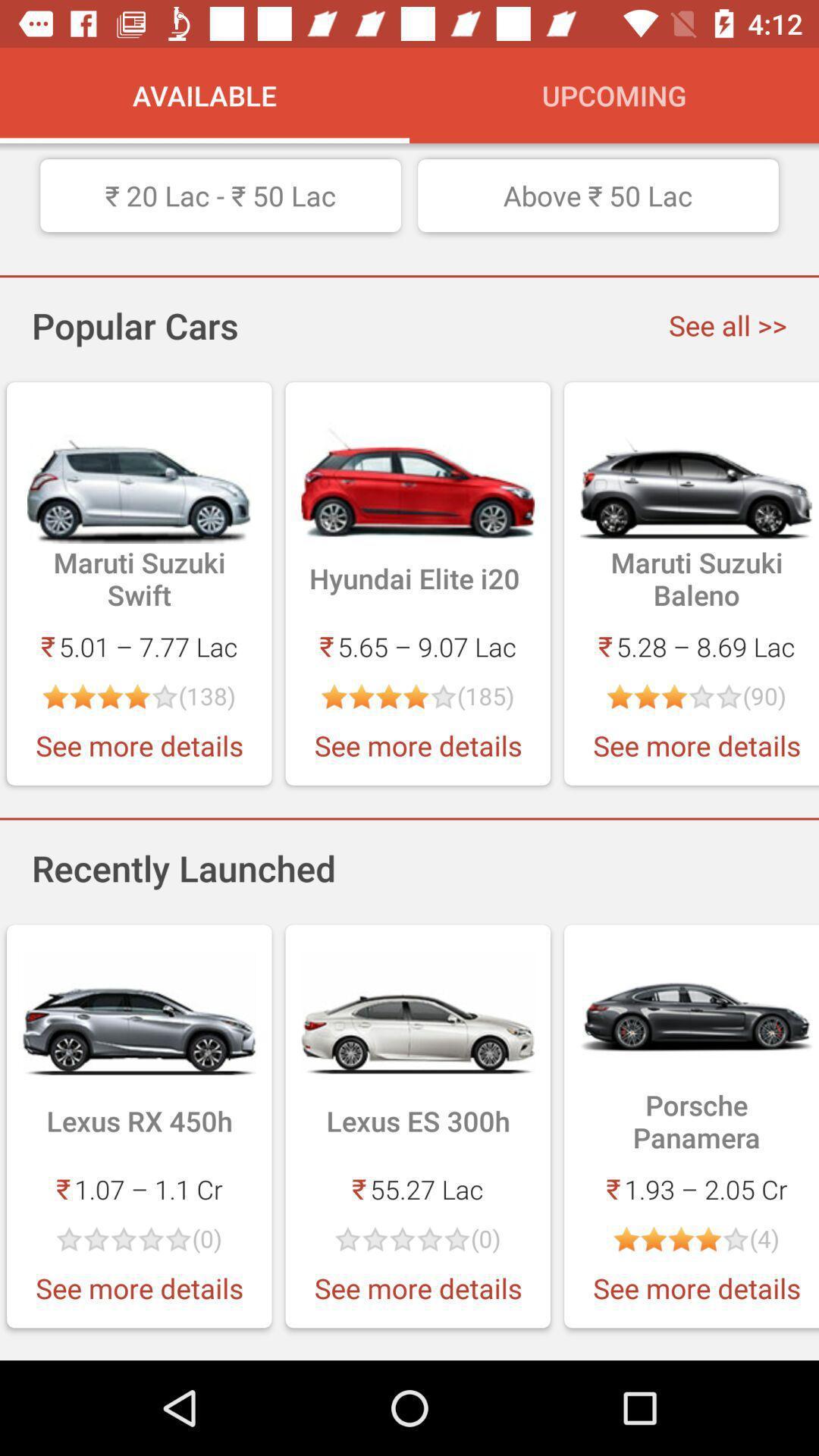 The height and width of the screenshot is (1456, 819). What do you see at coordinates (205, 94) in the screenshot?
I see `the icon to the left of upcoming` at bounding box center [205, 94].